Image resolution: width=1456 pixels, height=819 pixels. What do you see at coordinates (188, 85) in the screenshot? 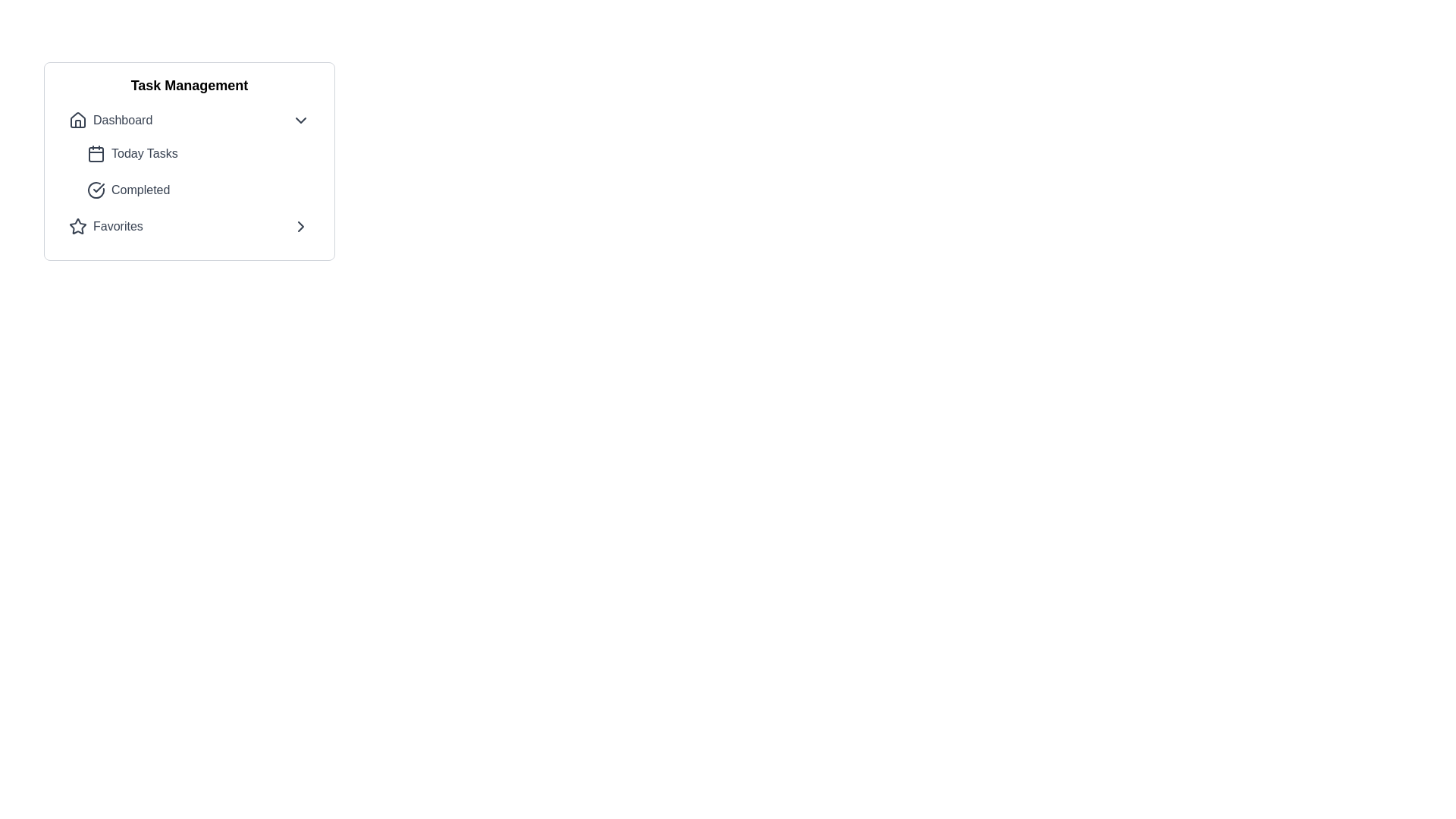
I see `the 'Task Management' header/title text element, which is bold and large, positioned at the top of a white rectangular card with rounded corners` at bounding box center [188, 85].